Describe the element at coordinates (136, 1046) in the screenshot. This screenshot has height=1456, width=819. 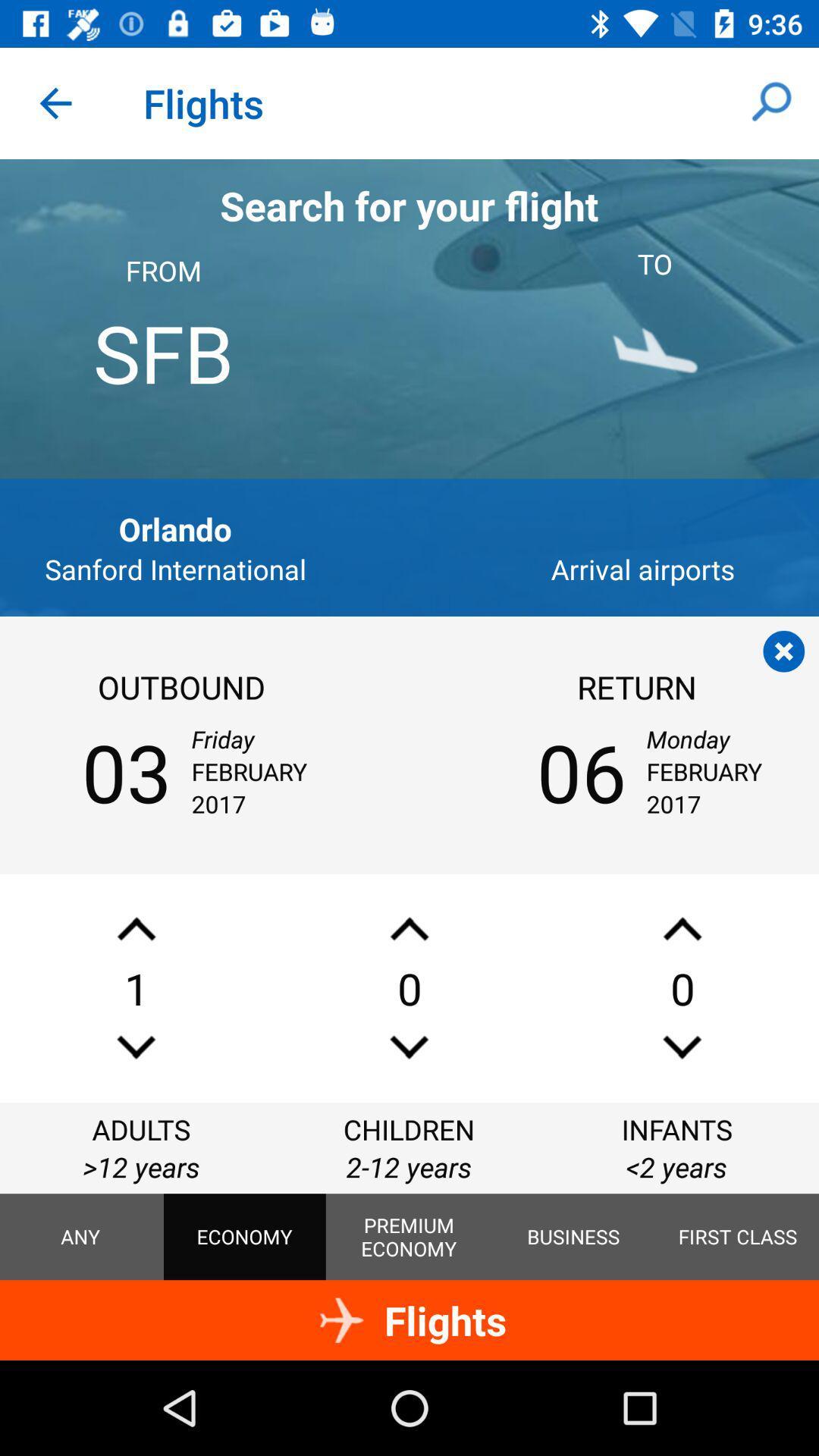
I see `decrease the number of adults` at that location.